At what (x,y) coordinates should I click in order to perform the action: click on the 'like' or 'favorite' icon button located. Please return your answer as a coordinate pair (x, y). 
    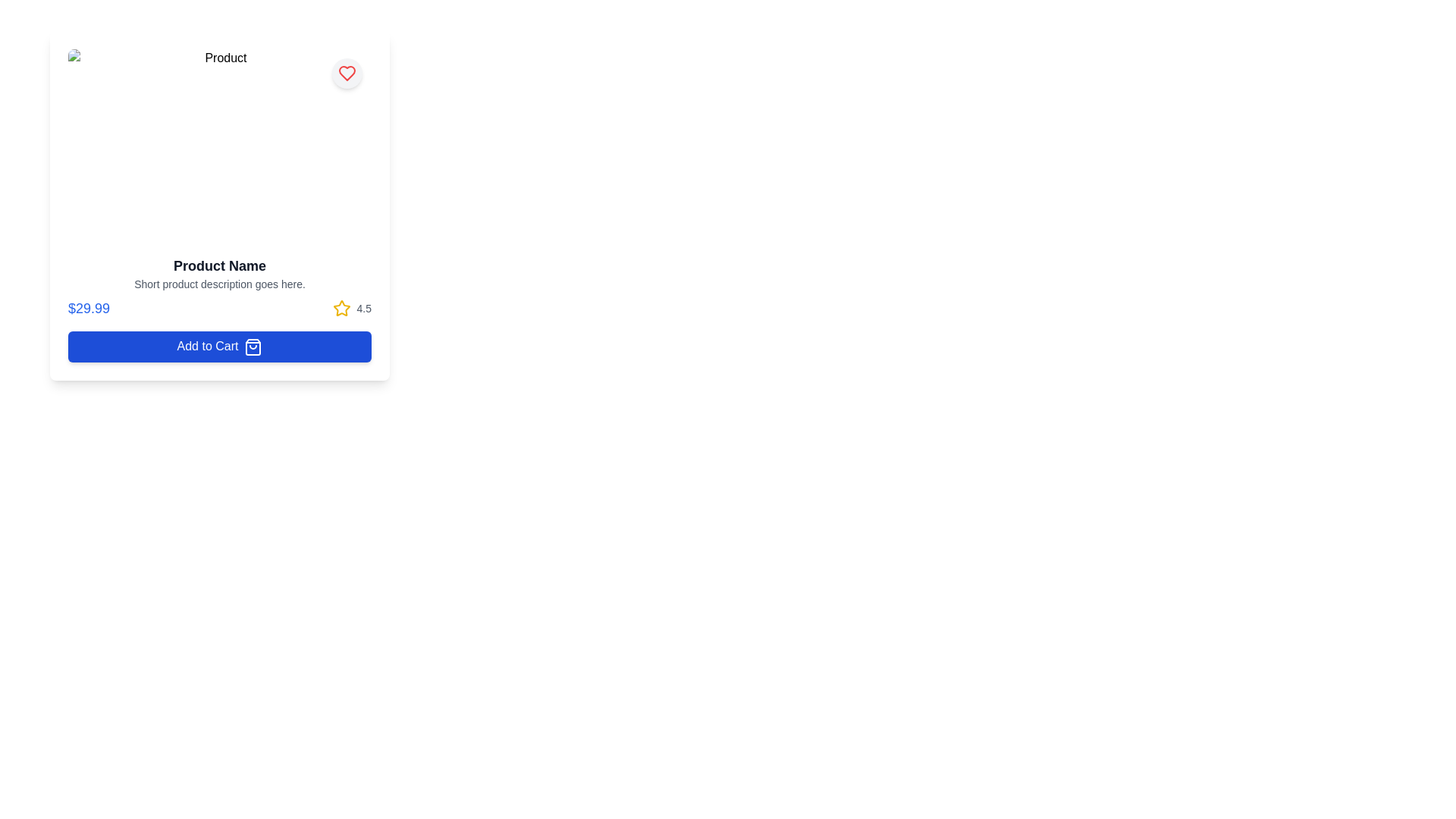
    Looking at the image, I should click on (346, 73).